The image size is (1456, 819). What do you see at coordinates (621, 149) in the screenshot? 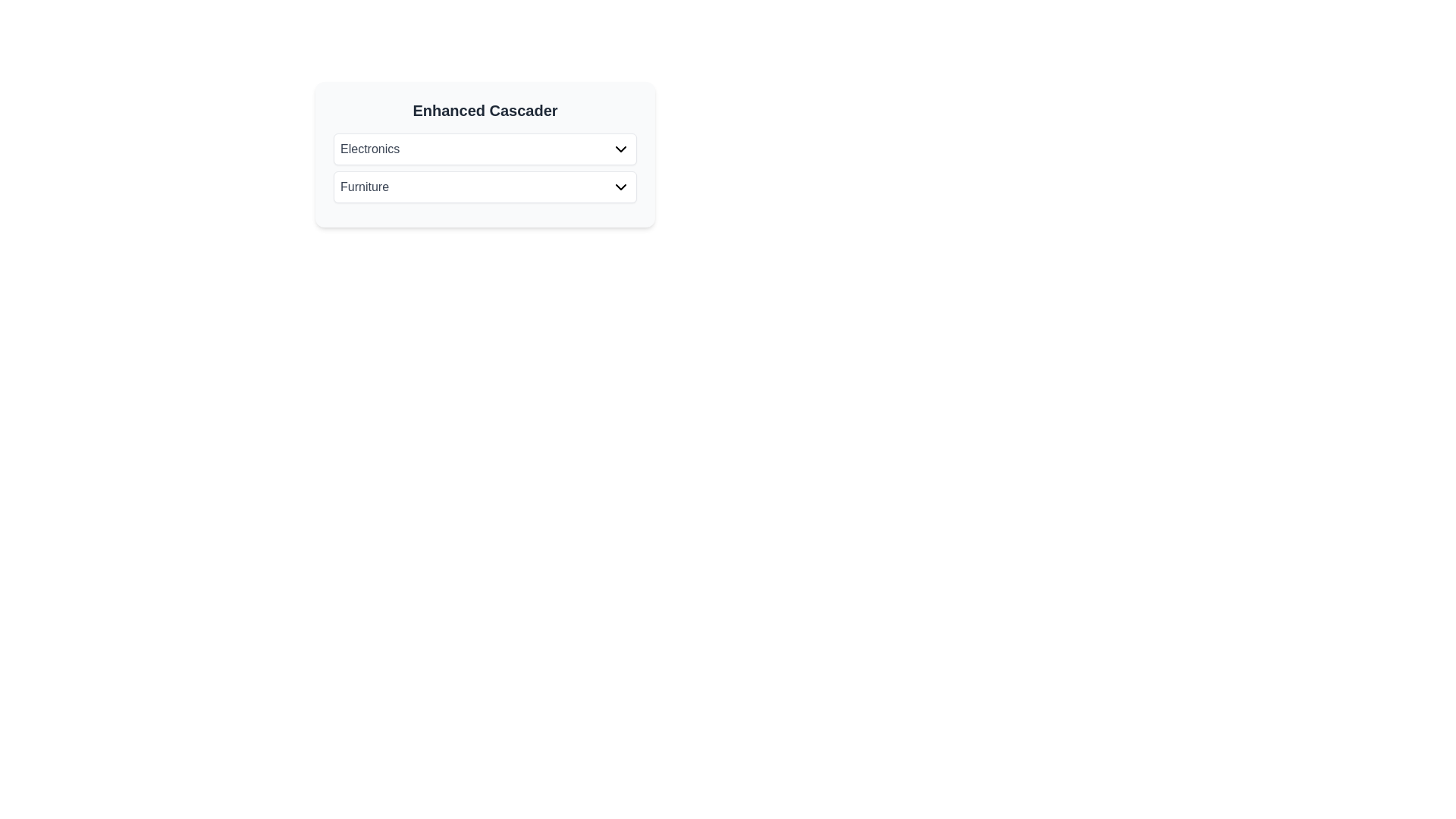
I see `the dropdown indicator icon located to the right of the 'Electronics' label to focus on it` at bounding box center [621, 149].